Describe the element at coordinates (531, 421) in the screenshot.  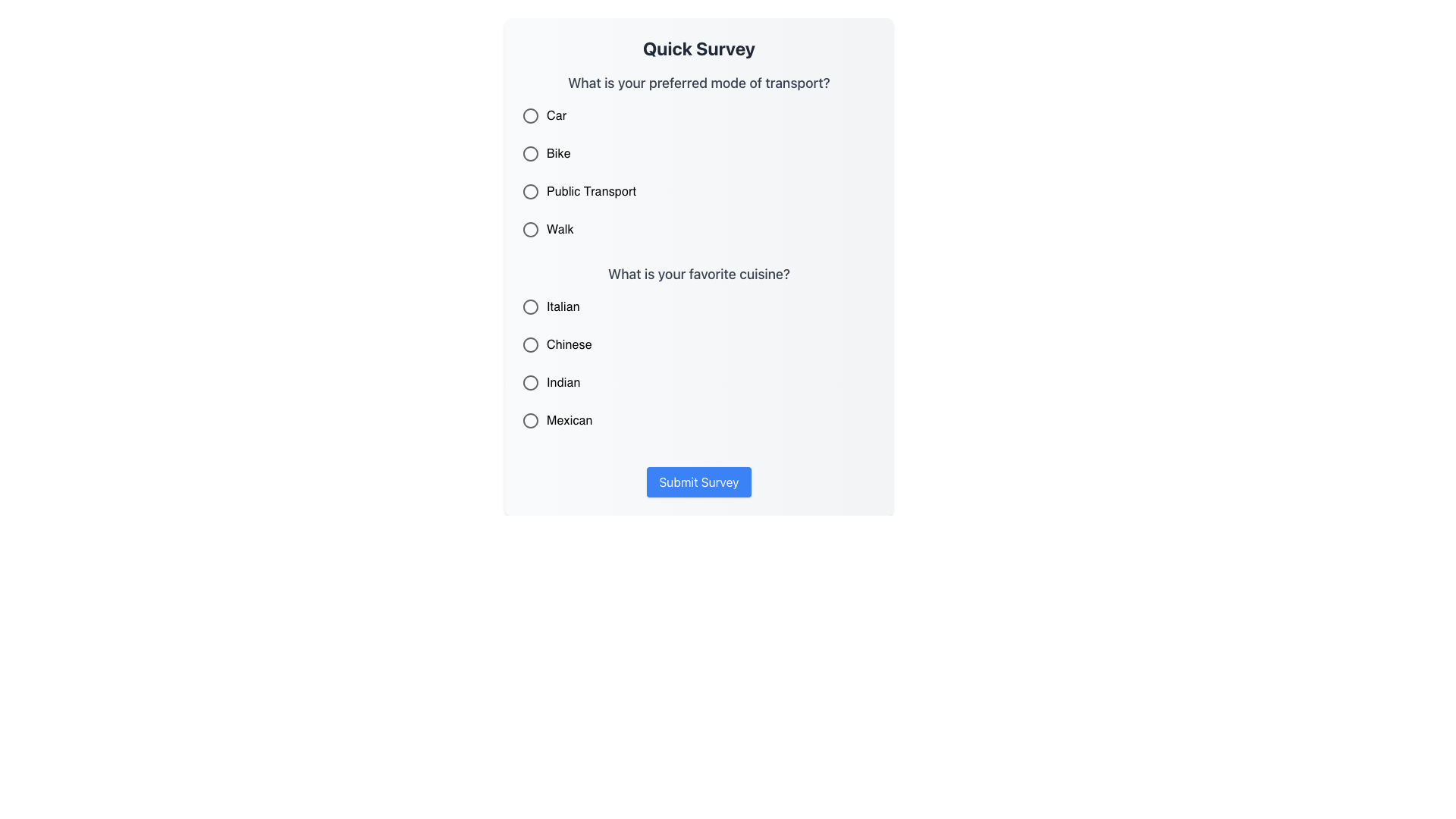
I see `the last radio button in the list of options for the question 'What is your favorite cuisine?'` at that location.